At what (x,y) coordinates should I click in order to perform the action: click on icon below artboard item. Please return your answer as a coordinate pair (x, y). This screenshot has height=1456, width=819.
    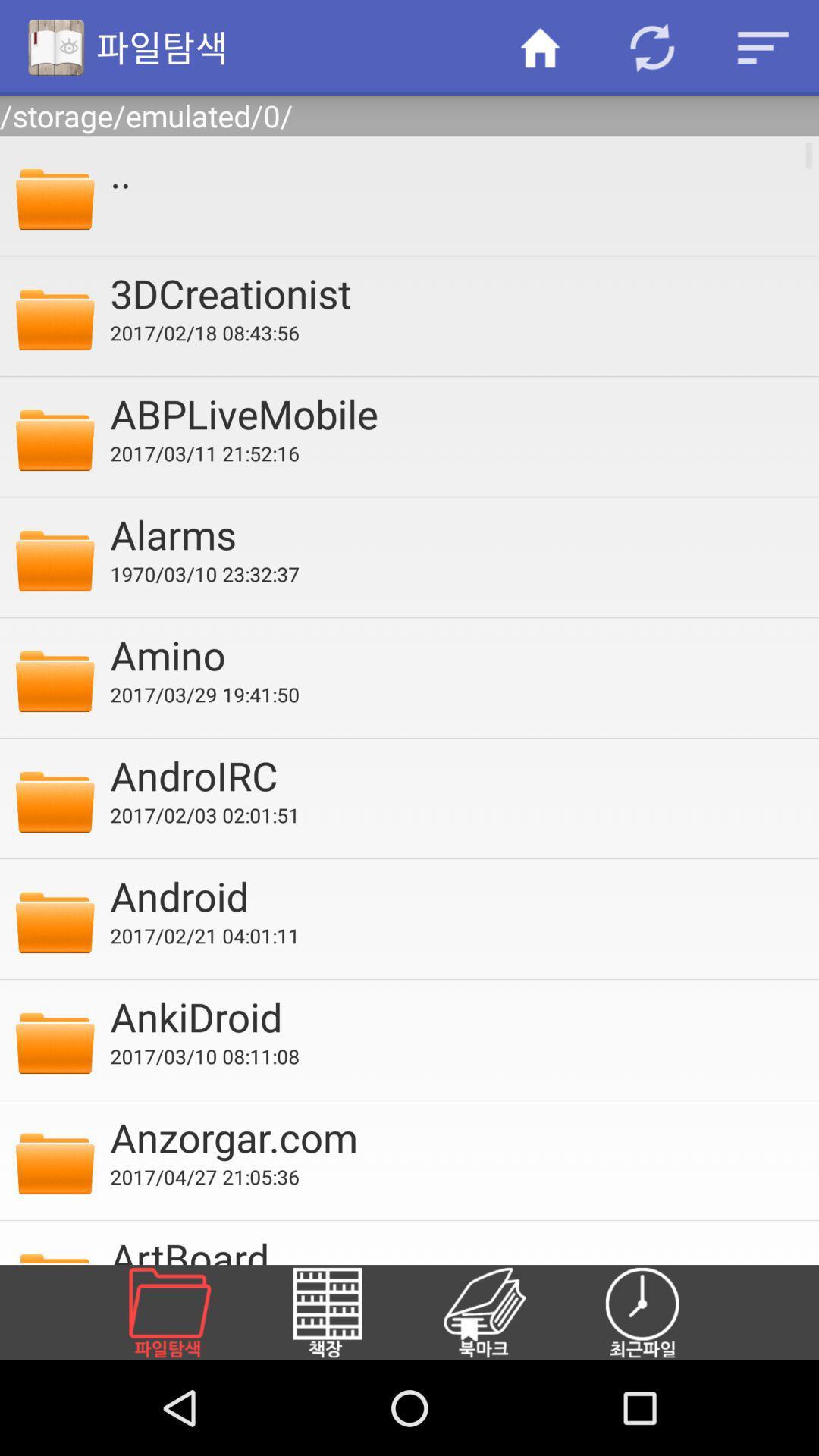
    Looking at the image, I should click on (660, 1312).